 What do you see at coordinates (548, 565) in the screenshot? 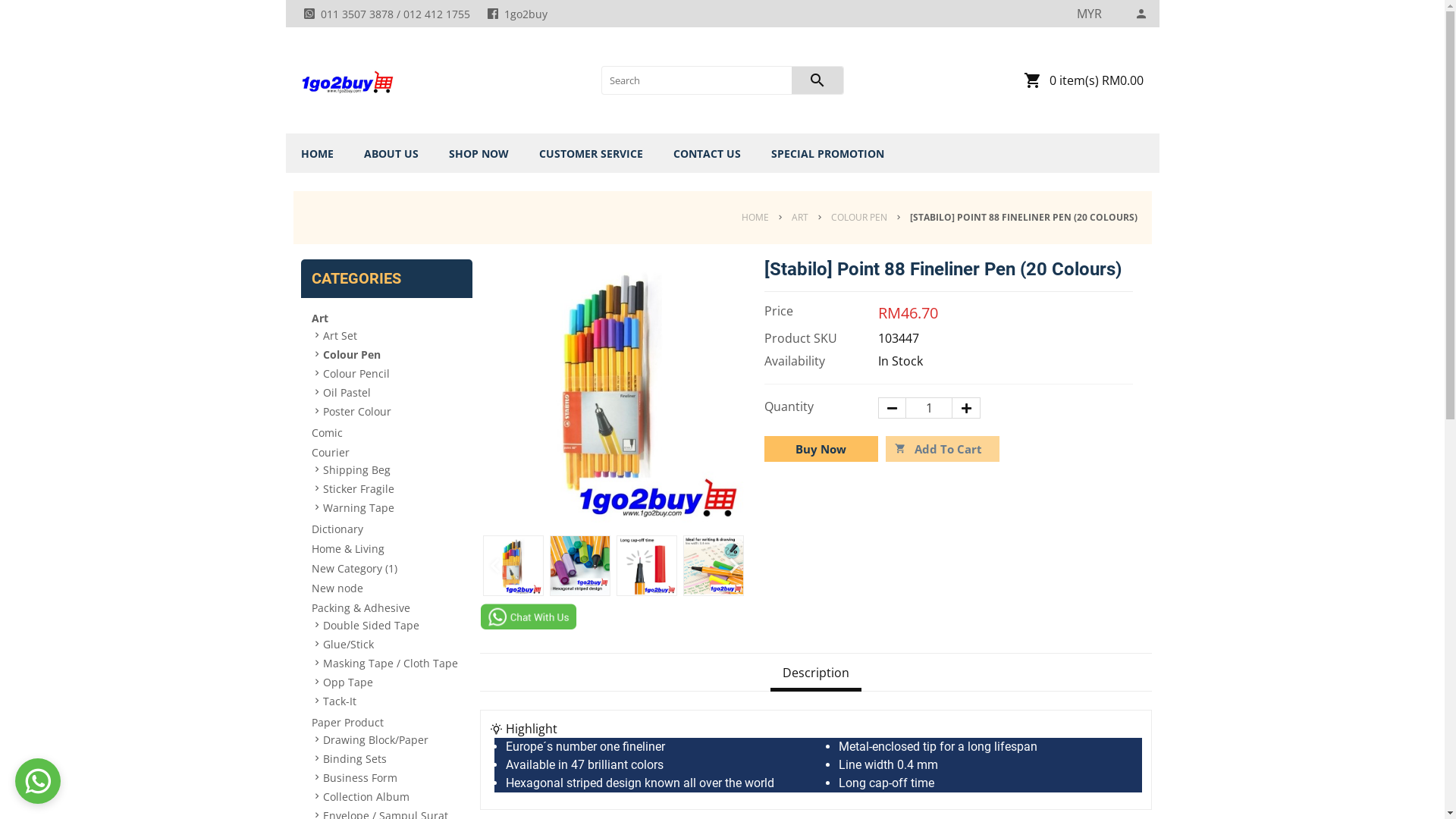
I see `' [Stabilo] Point 88 Fineliner Pen (20 Colours)'` at bounding box center [548, 565].